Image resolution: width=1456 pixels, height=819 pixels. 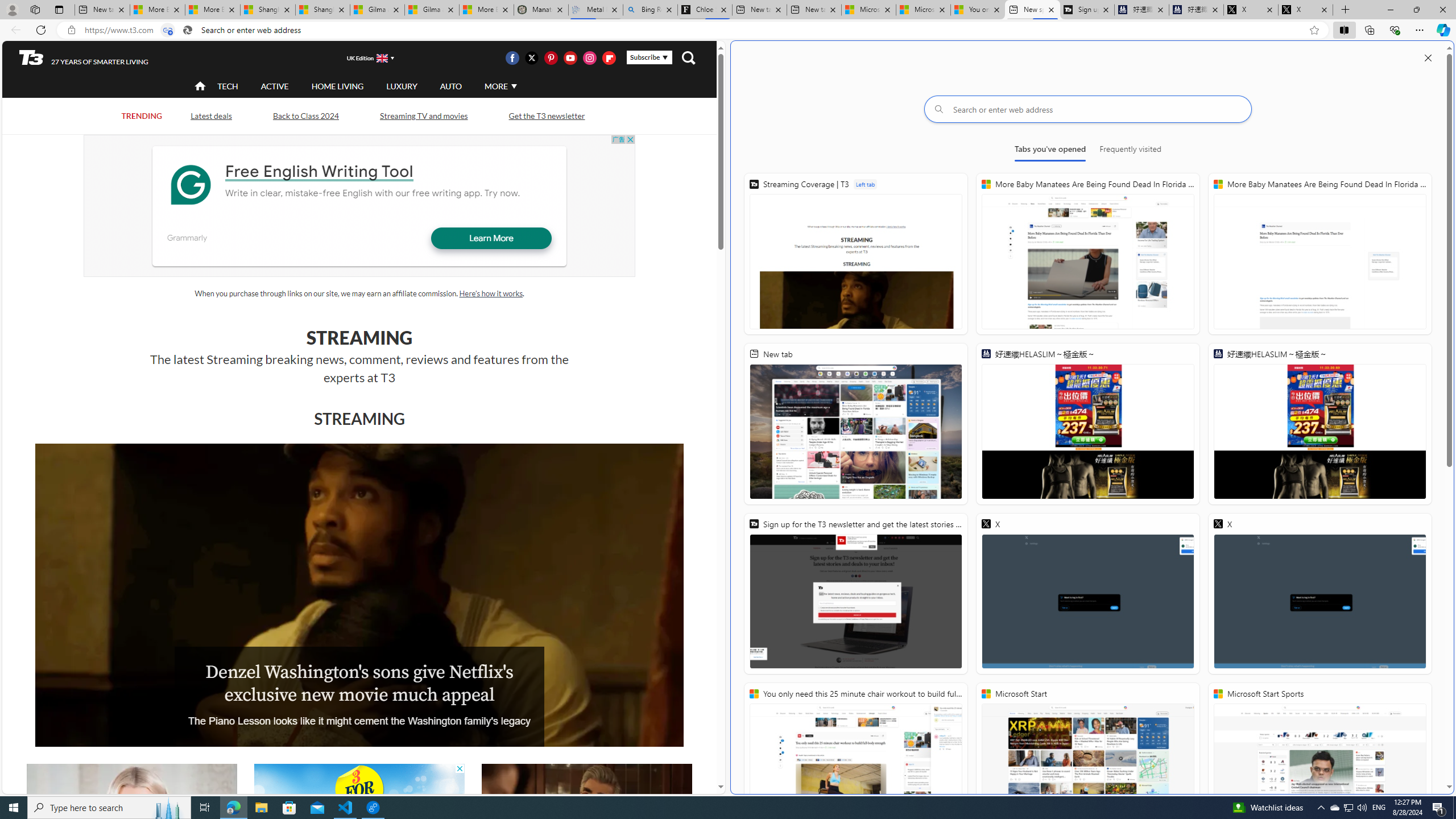 I want to click on 'AUTO', so click(x=450, y=85).